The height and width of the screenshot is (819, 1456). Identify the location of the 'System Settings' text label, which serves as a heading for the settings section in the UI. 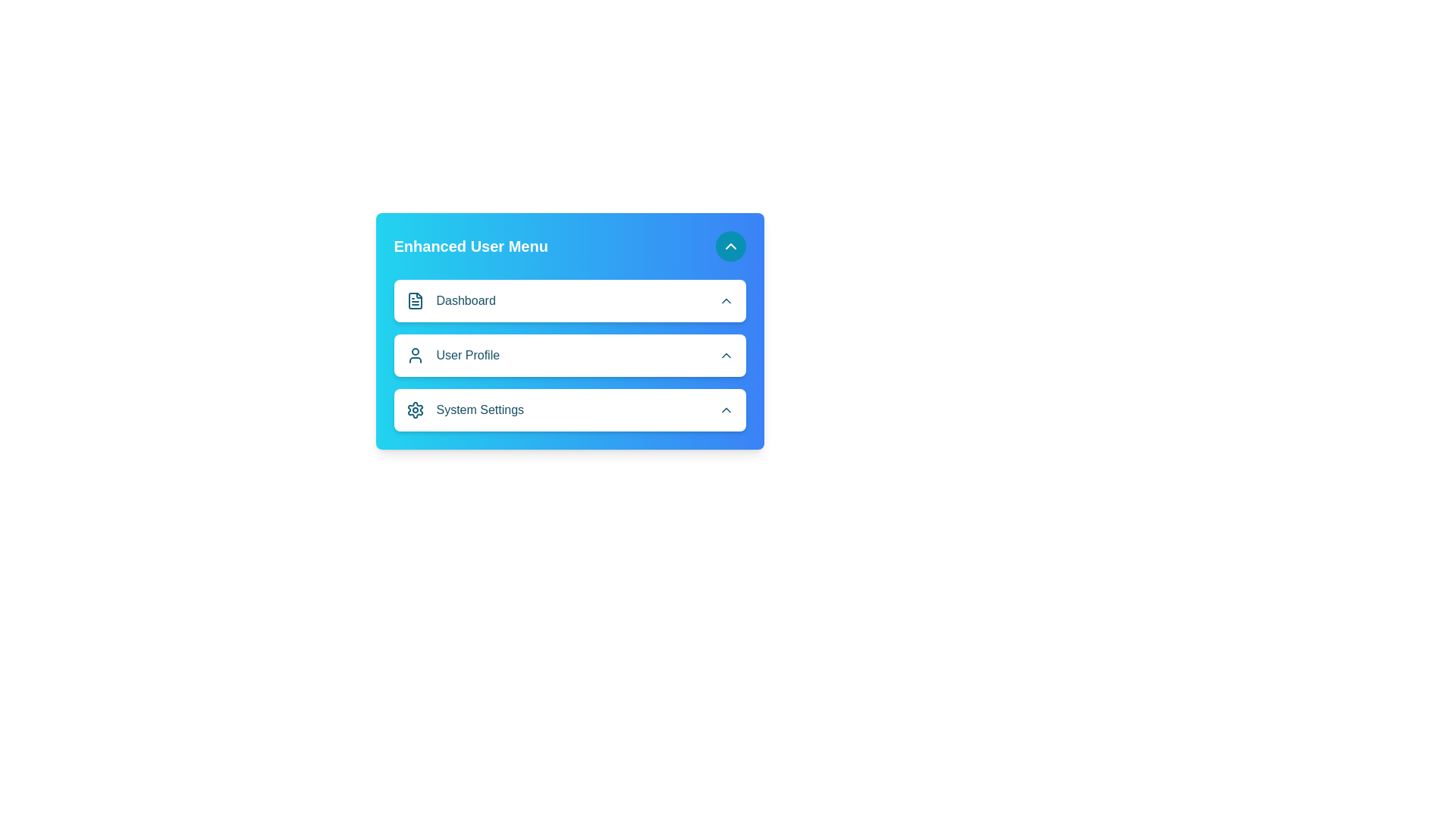
(479, 409).